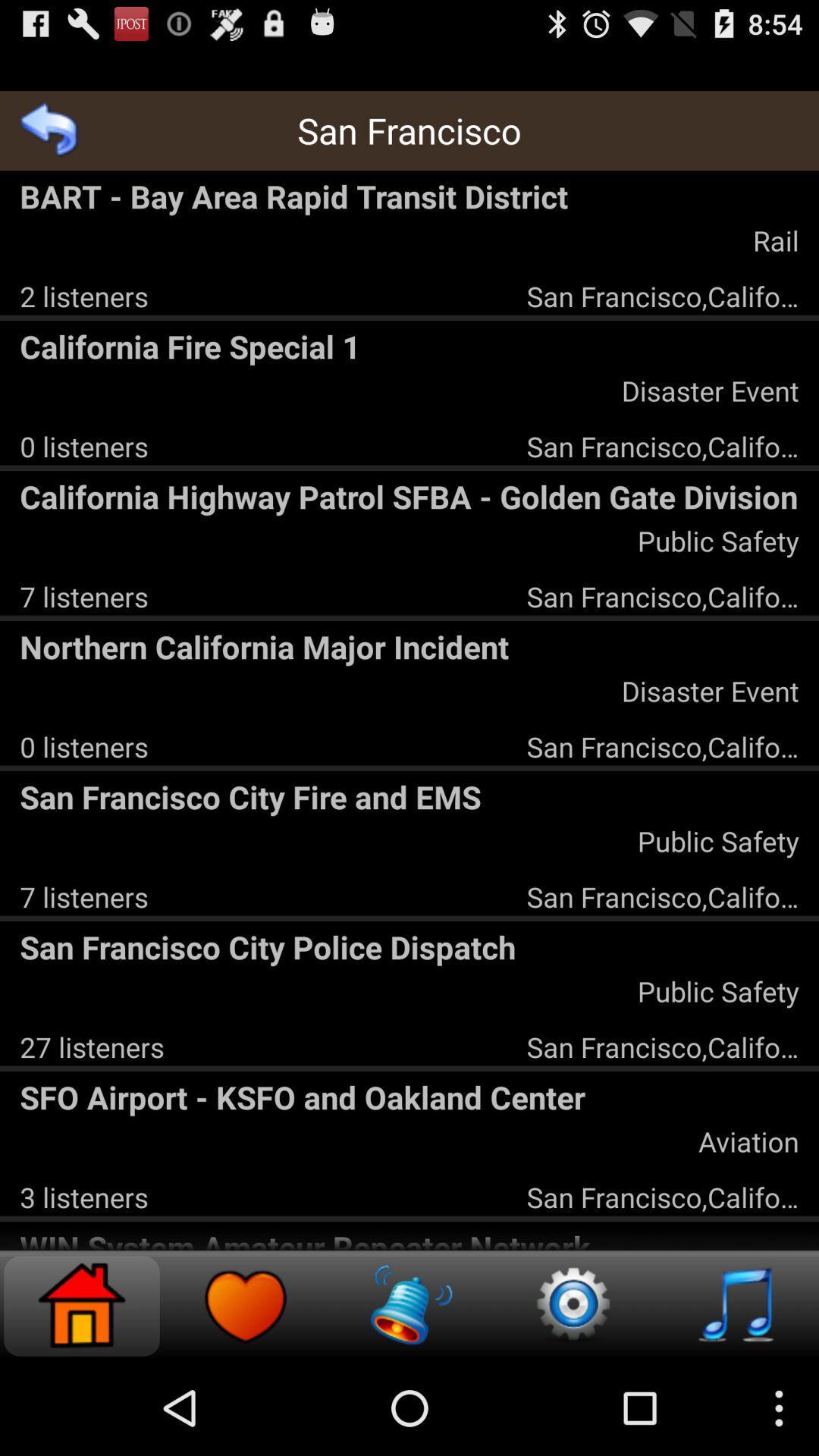  I want to click on california fire special app, so click(409, 345).